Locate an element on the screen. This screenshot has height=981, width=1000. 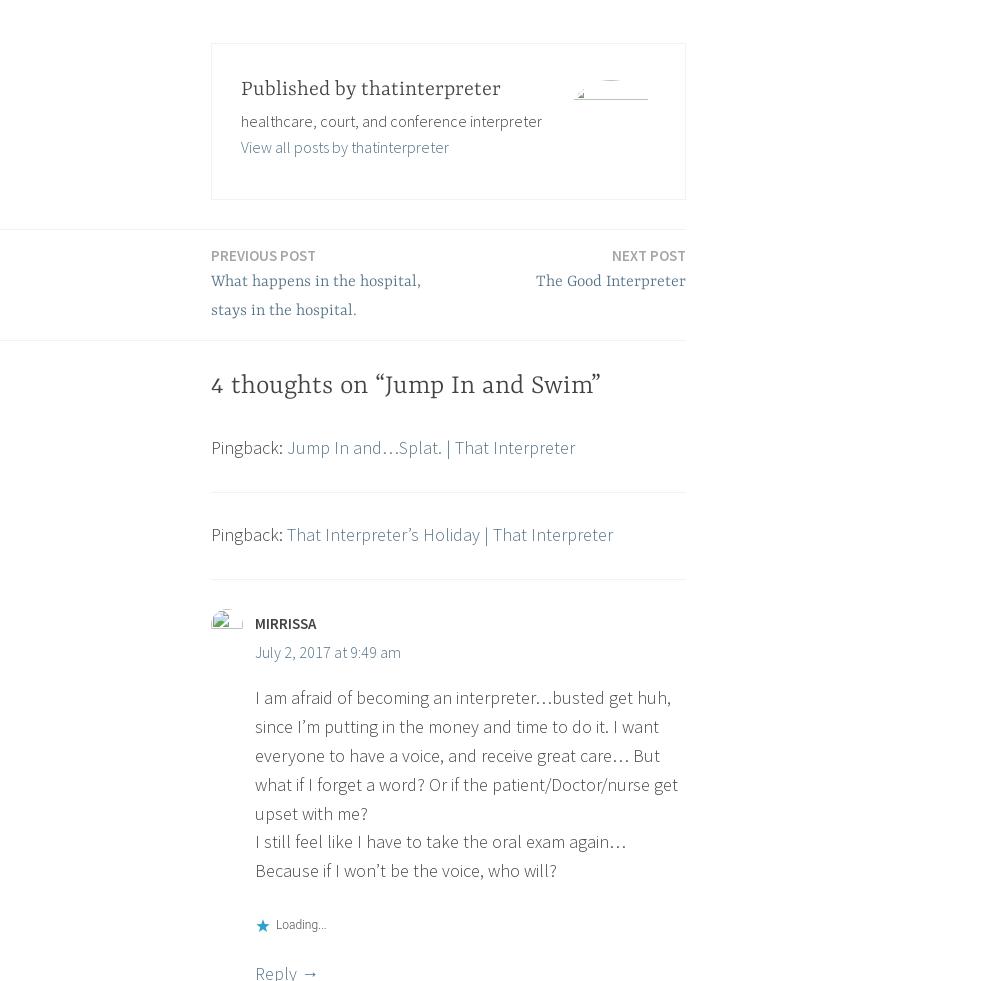
'What happens in the hospital, stays in the hospital.' is located at coordinates (315, 295).